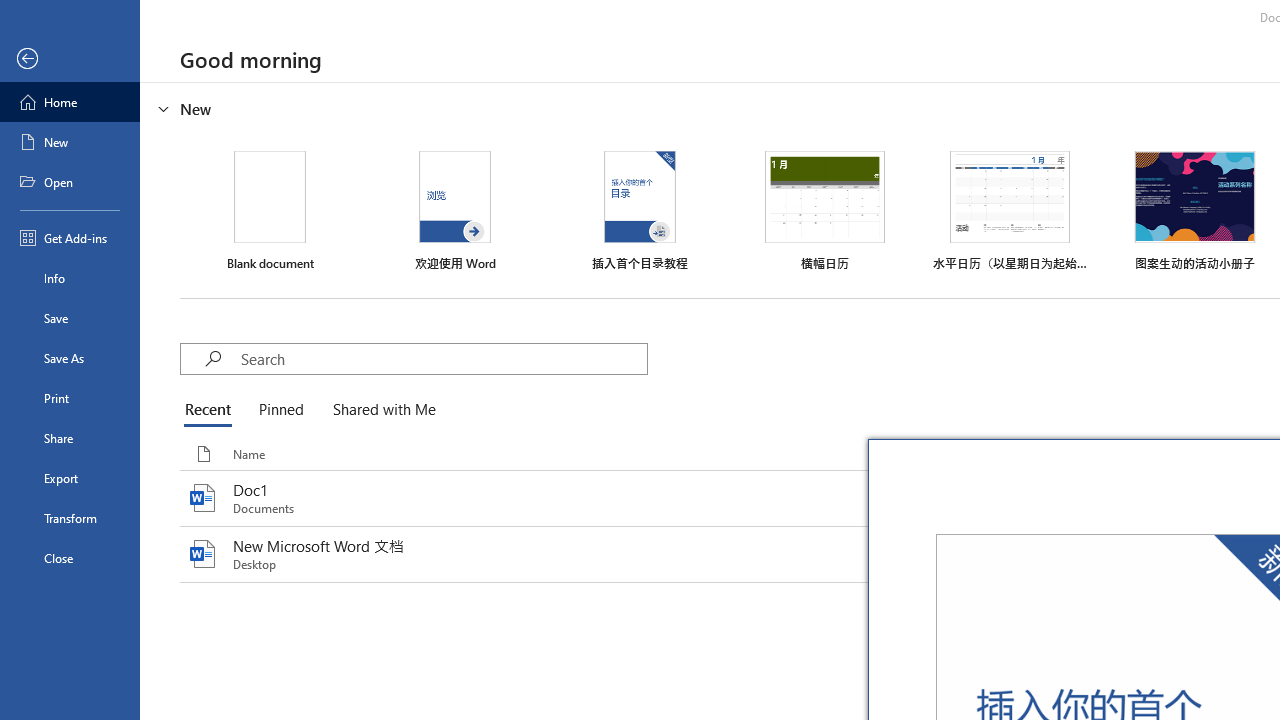  Describe the element at coordinates (69, 437) in the screenshot. I see `'Share'` at that location.